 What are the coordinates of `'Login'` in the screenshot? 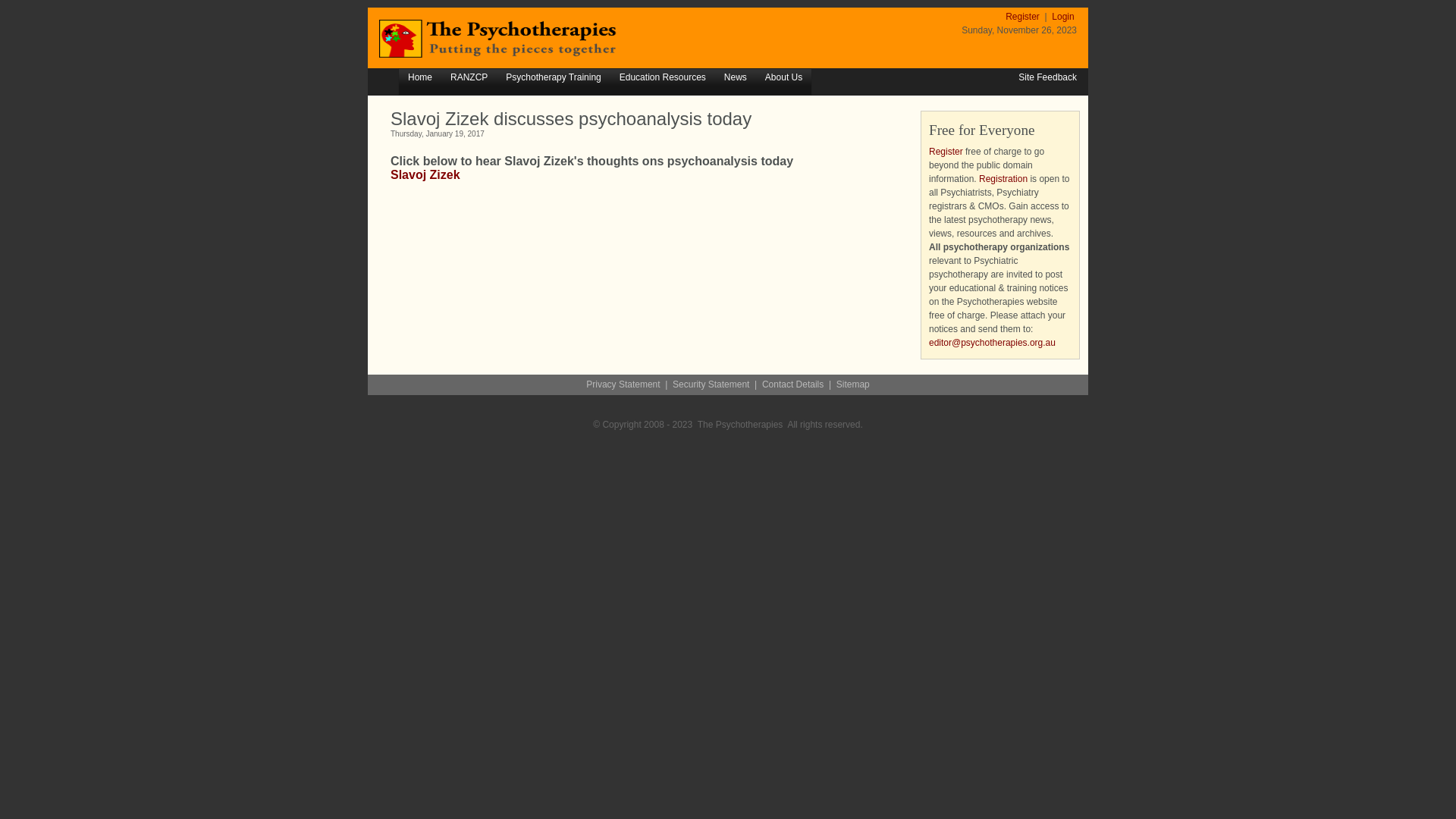 It's located at (1062, 17).